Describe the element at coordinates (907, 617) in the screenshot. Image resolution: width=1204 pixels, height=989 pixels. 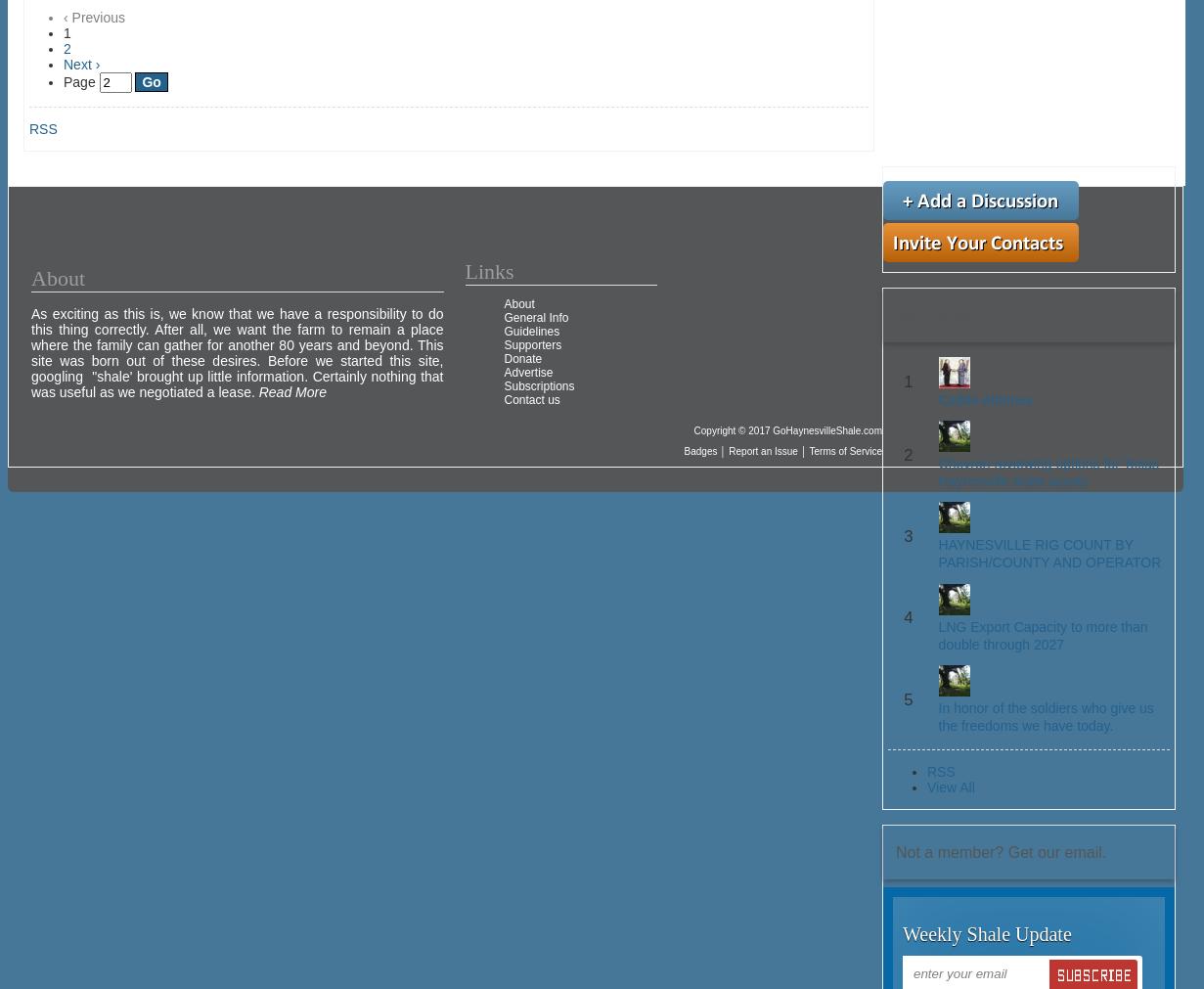
I see `'4'` at that location.